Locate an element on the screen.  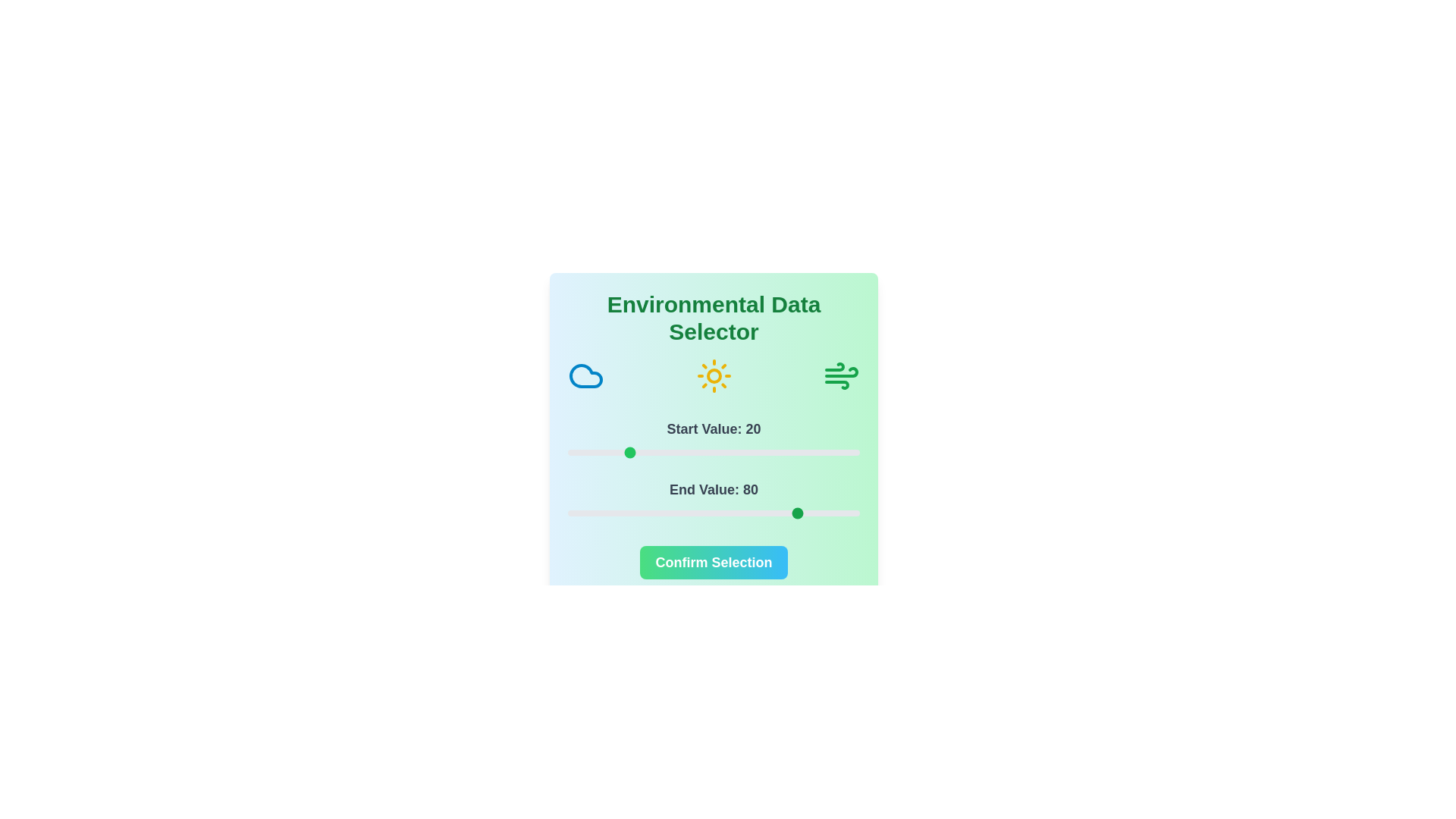
the End Value slider is located at coordinates (815, 513).